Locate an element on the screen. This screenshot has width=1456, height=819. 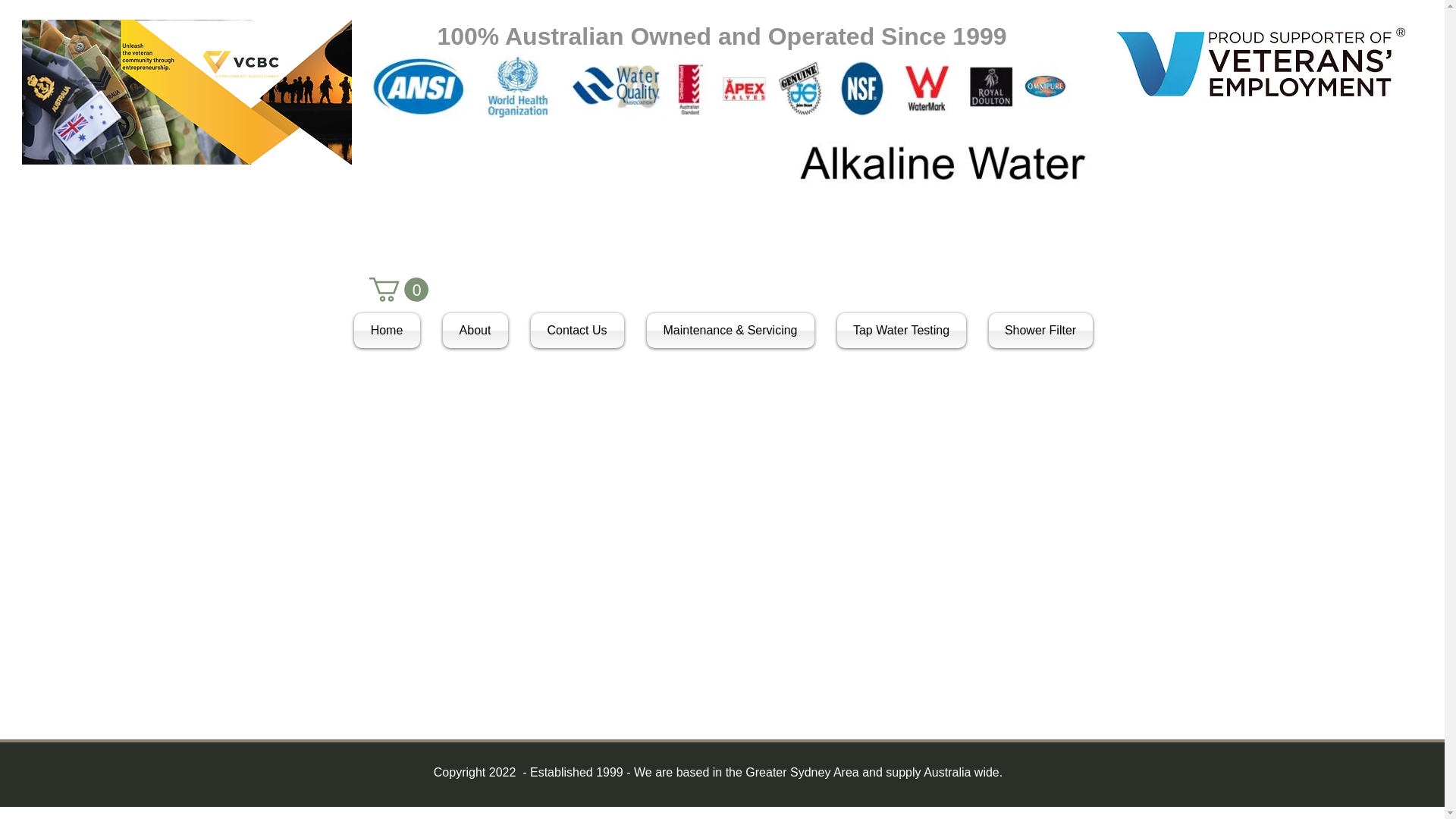
'VCBC Logo.png' is located at coordinates (185, 92).